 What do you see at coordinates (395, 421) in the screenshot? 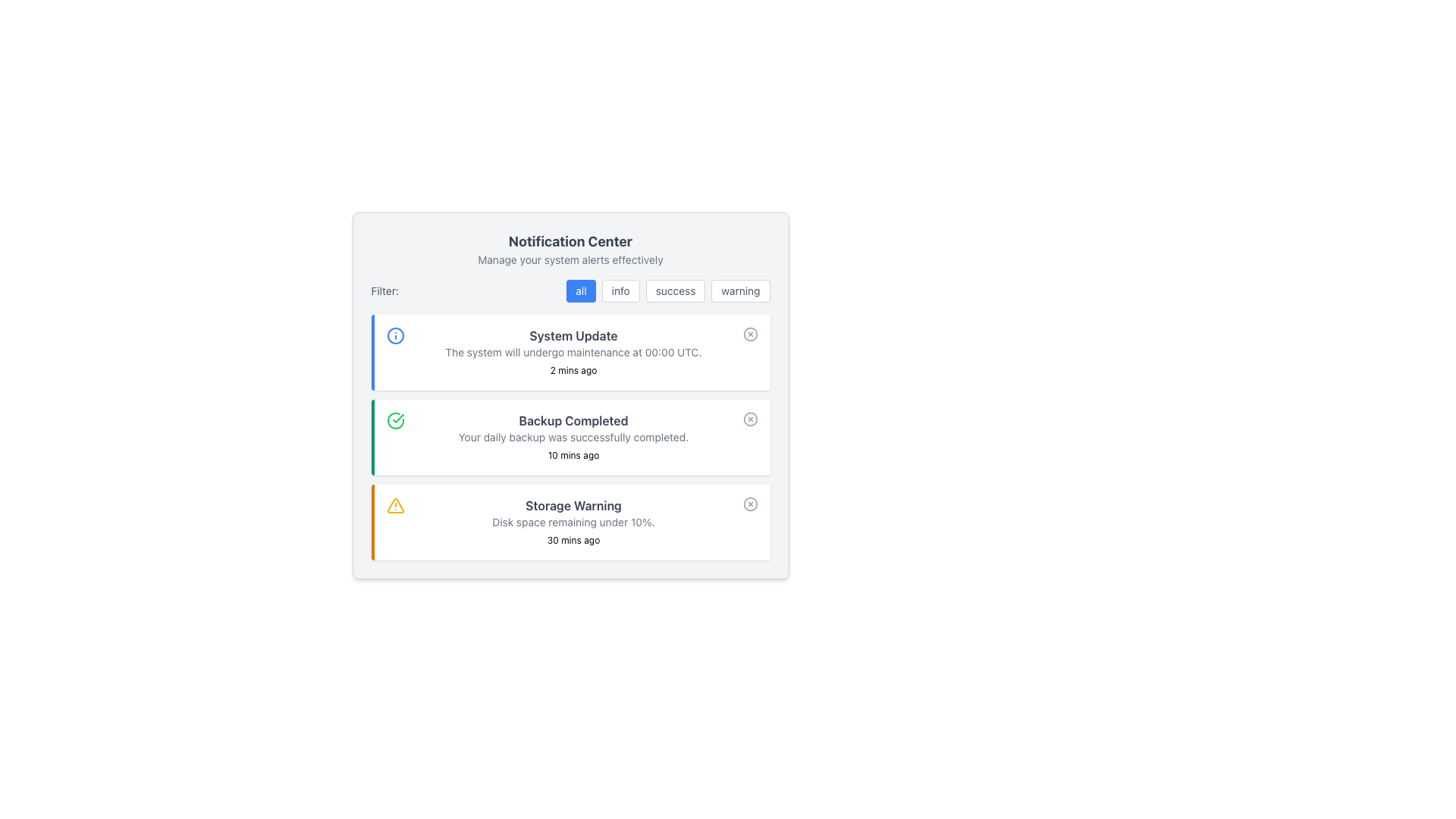
I see `the green circular icon with a white tick mark, which indicates a successful action, located adjacent to the 'Backup Completed' notification text` at bounding box center [395, 421].